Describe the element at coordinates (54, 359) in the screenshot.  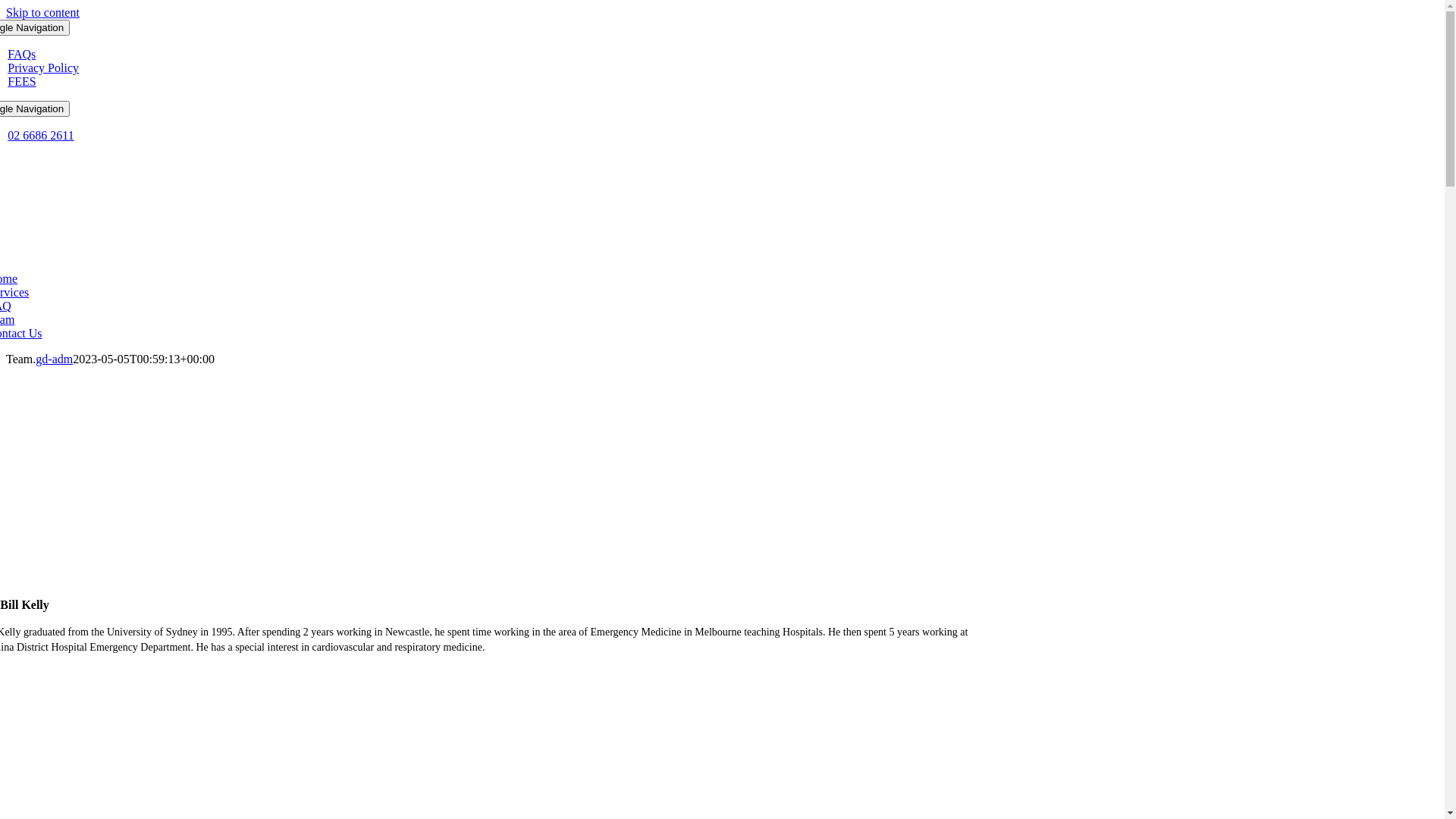
I see `'gd-adm'` at that location.